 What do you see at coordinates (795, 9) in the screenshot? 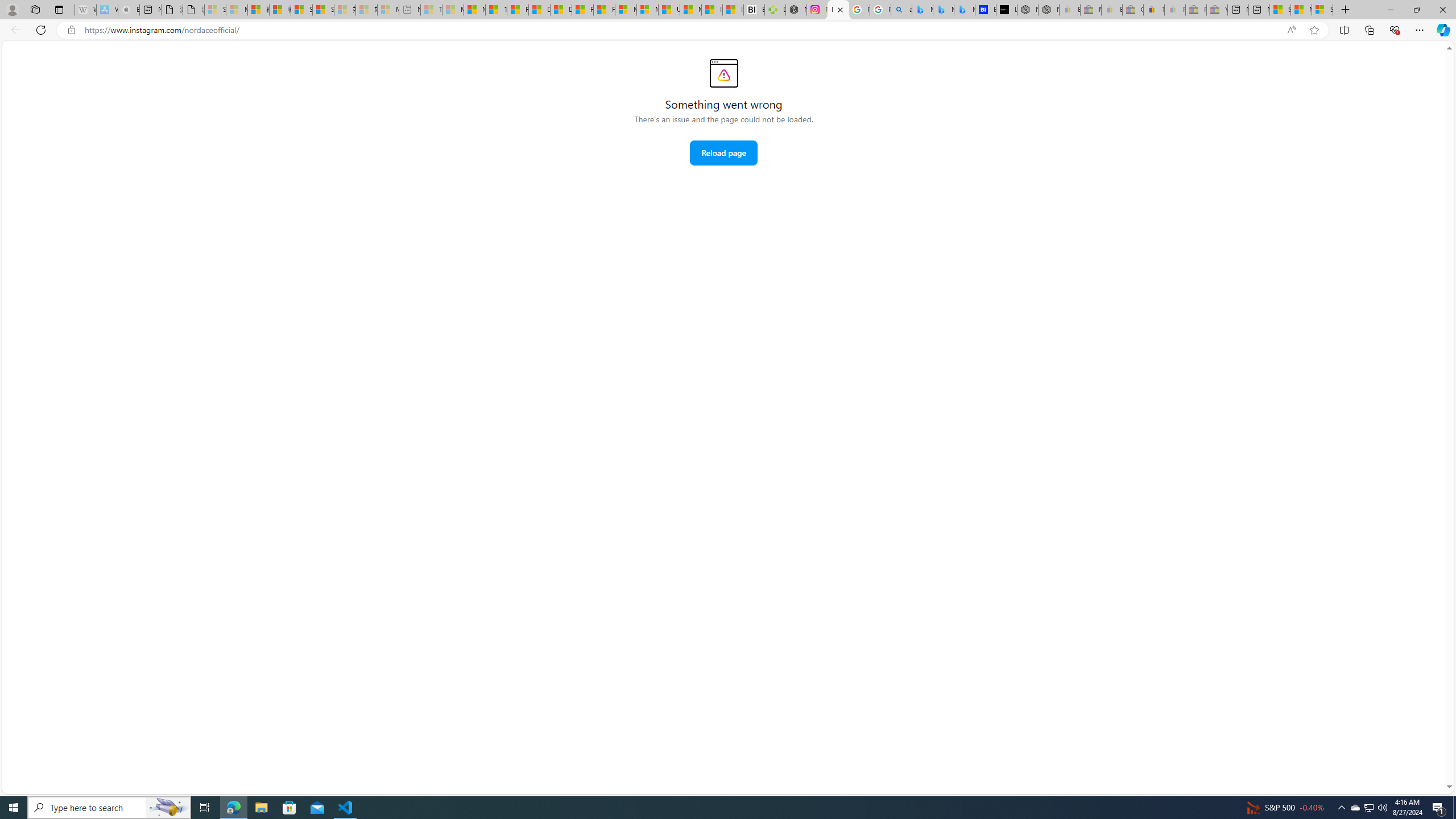
I see `'Nordace - Nordace Edin Collection'` at bounding box center [795, 9].